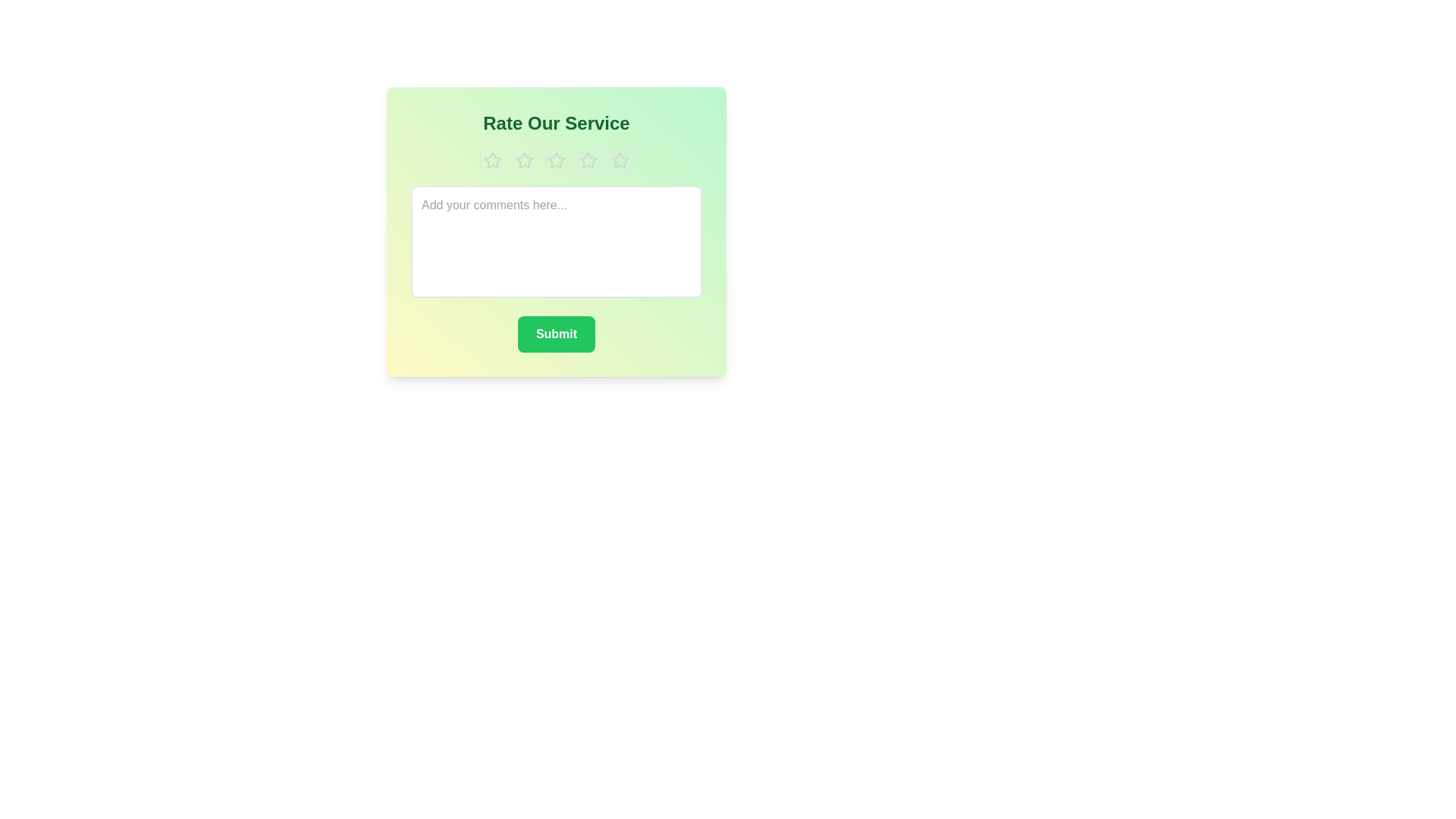 The width and height of the screenshot is (1456, 819). Describe the element at coordinates (588, 161) in the screenshot. I see `the star representing the rating 4` at that location.